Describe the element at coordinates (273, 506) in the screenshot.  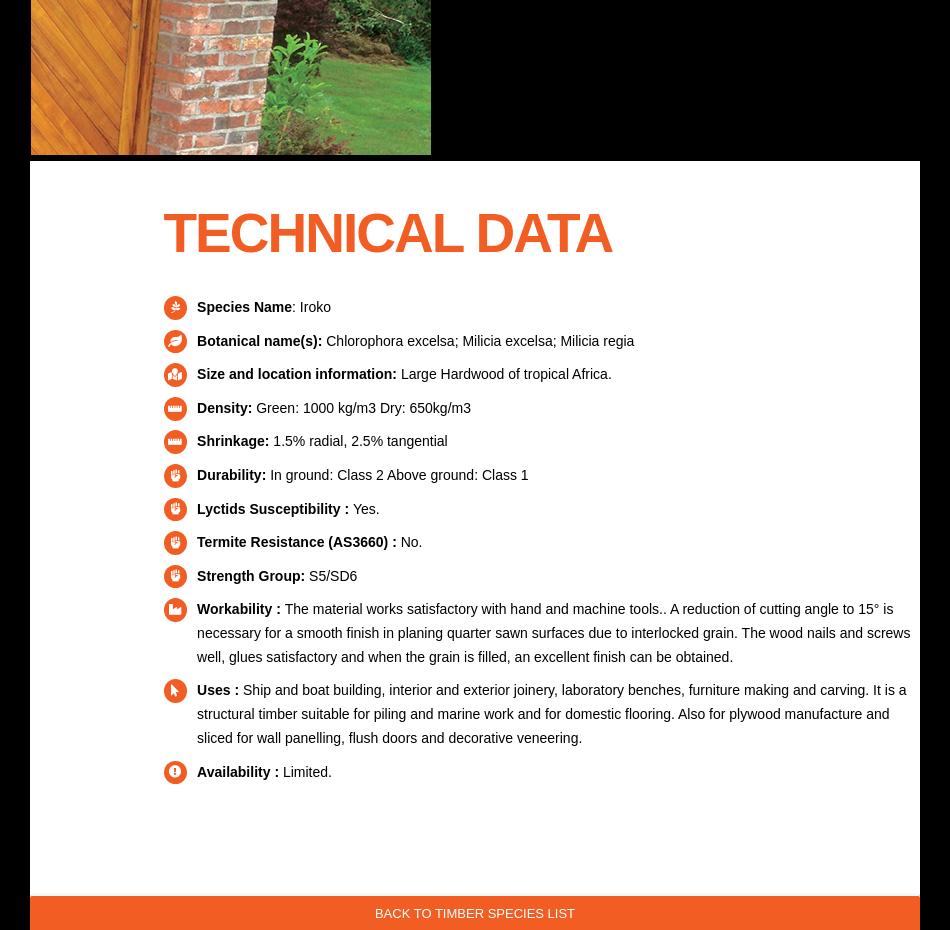
I see `'Lyctids Susceptibility :'` at that location.